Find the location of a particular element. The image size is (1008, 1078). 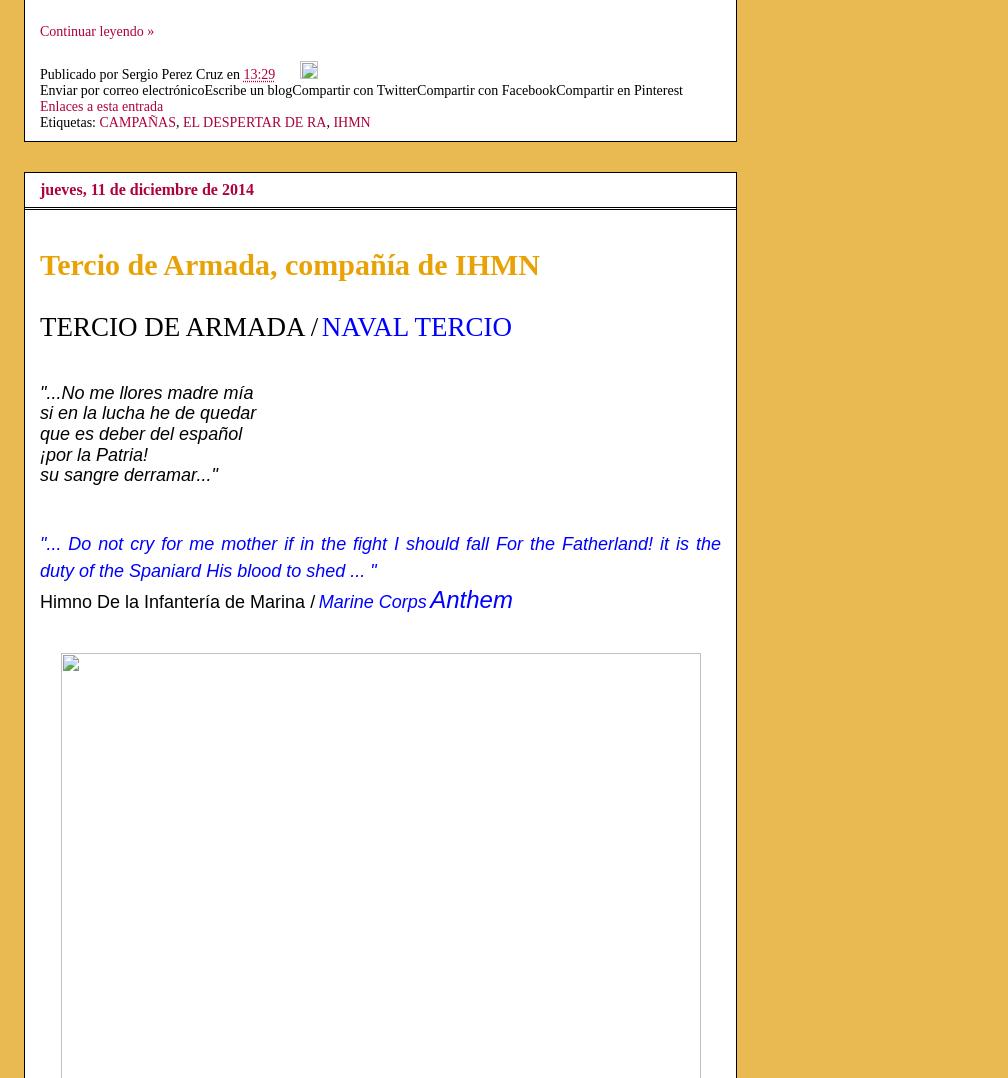

'Etiquetas:' is located at coordinates (40, 122).